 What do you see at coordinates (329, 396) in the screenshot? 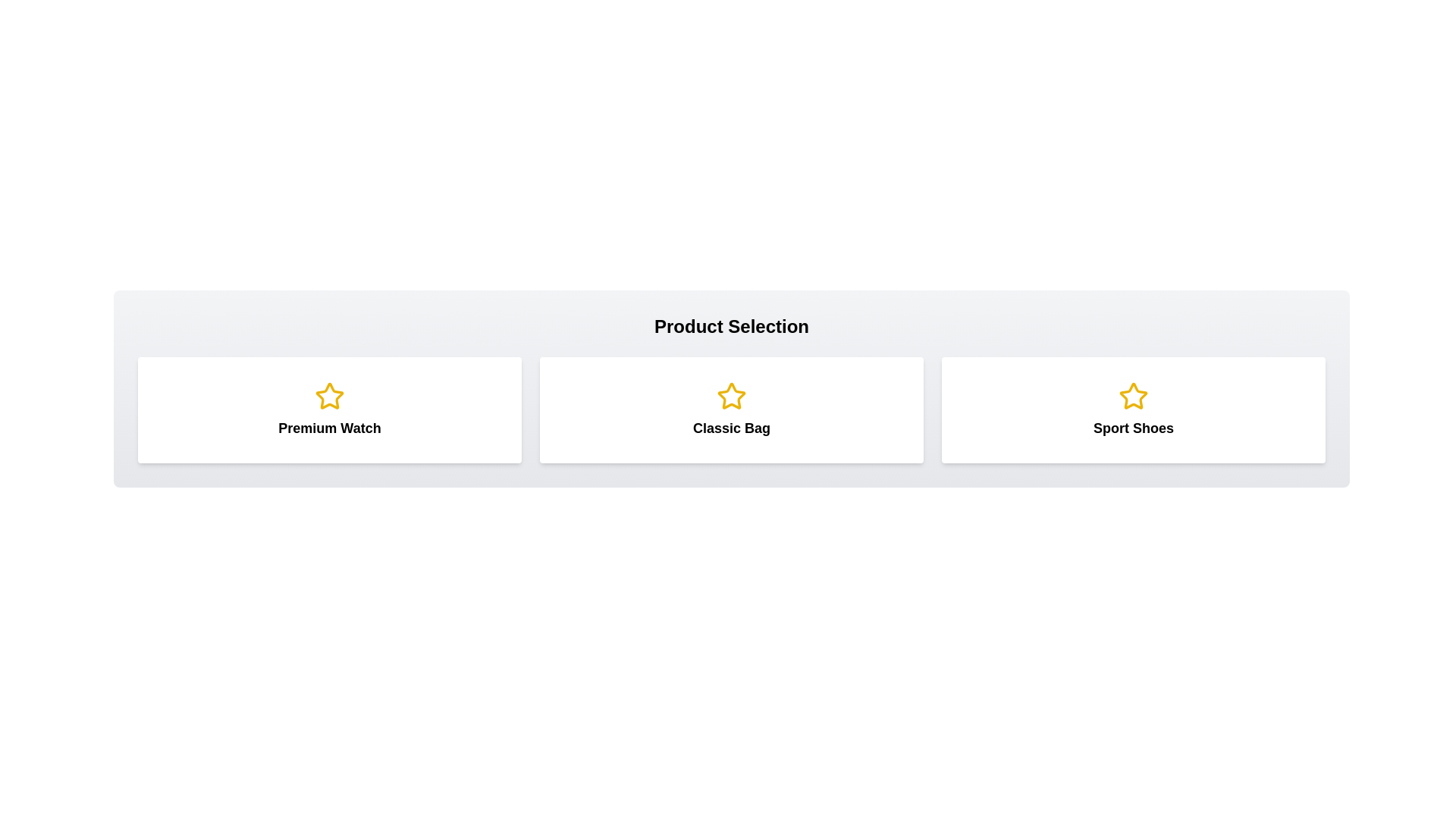
I see `the golden-yellow star-shaped icon located at the top of the card labeled 'Premium Watch' to interact with its functionality` at bounding box center [329, 396].